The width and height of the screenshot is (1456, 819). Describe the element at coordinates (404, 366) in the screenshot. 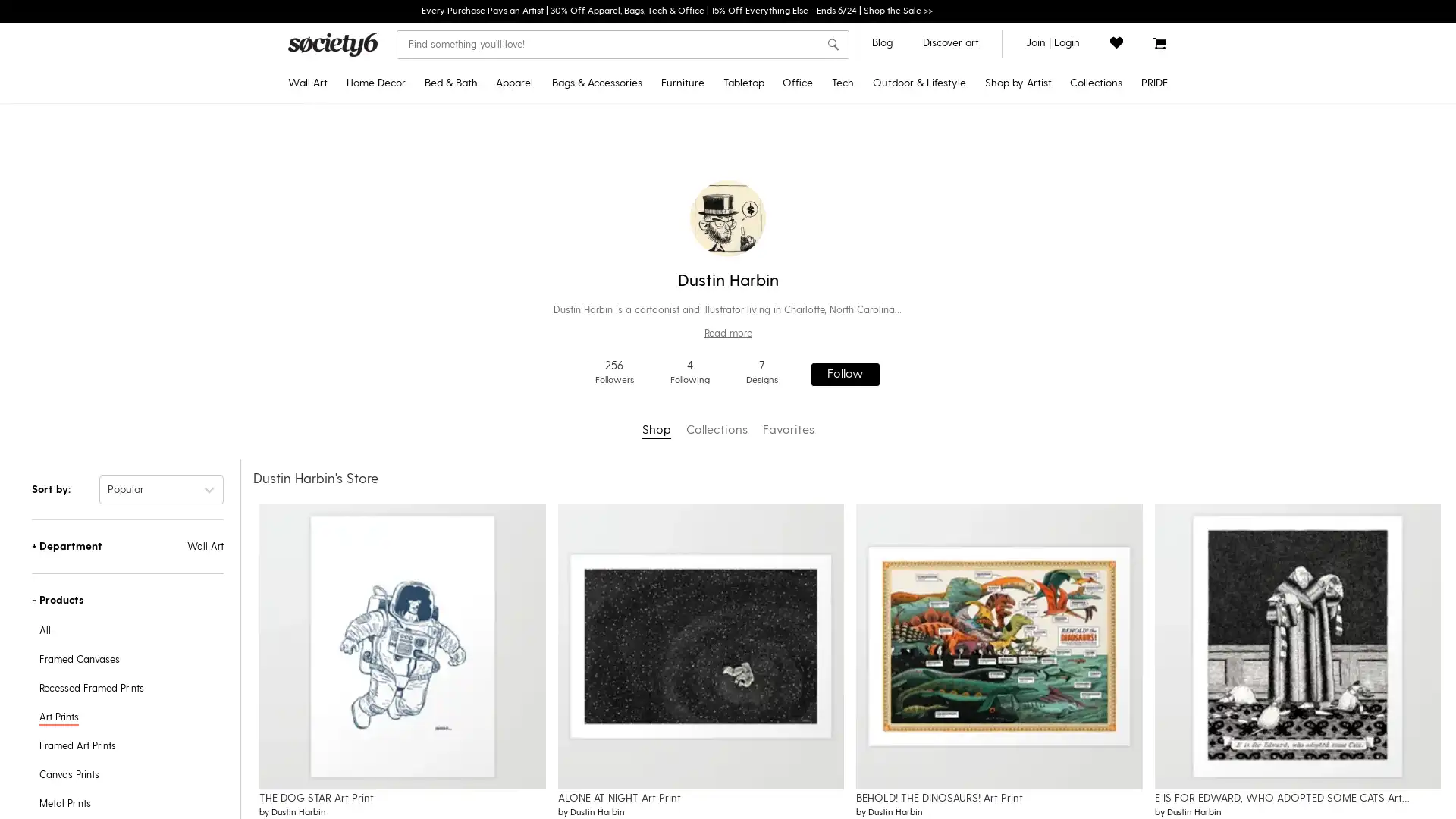

I see `Wallpaper` at that location.